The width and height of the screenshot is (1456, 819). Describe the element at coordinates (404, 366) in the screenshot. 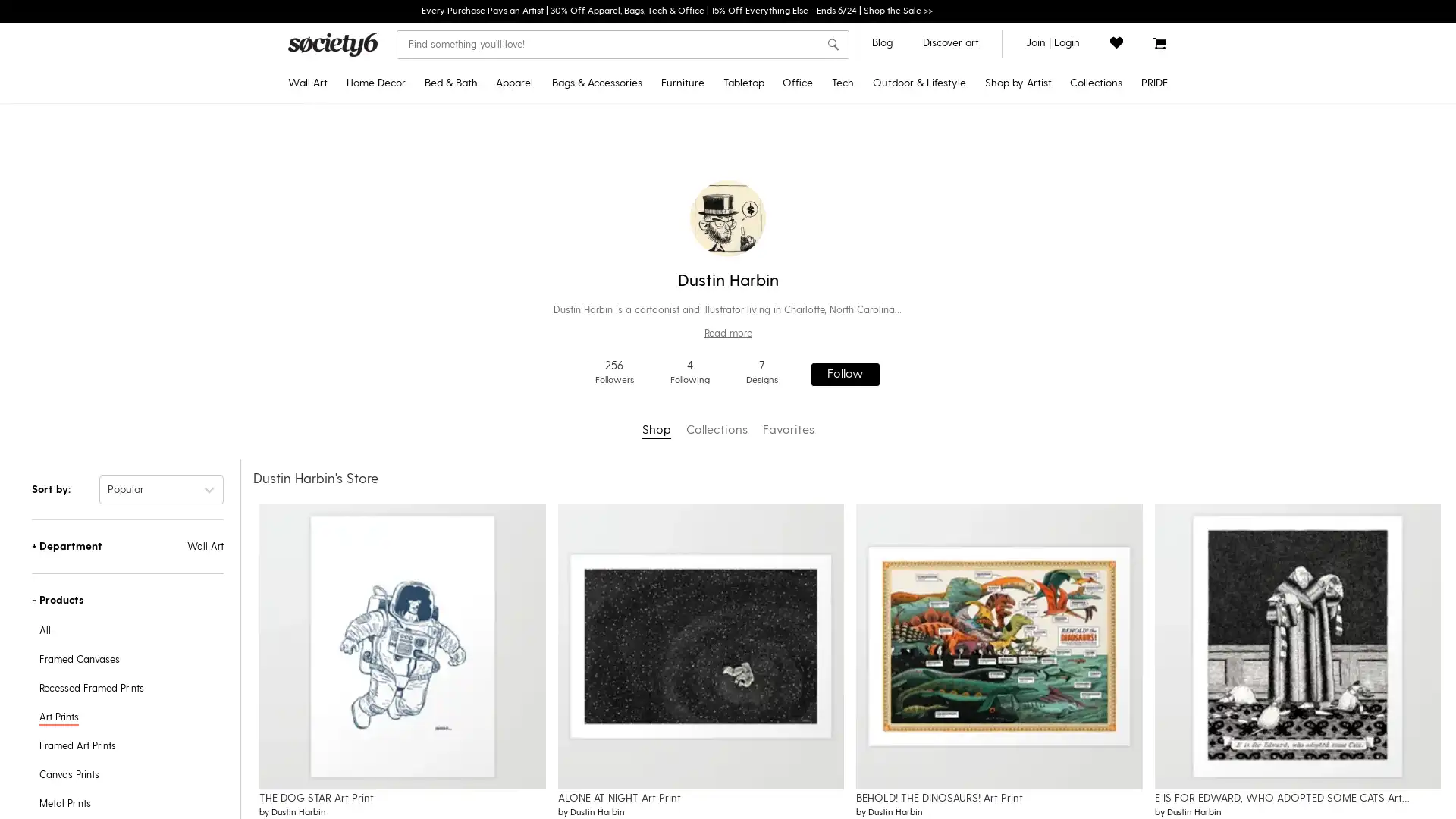

I see `Wallpaper` at that location.